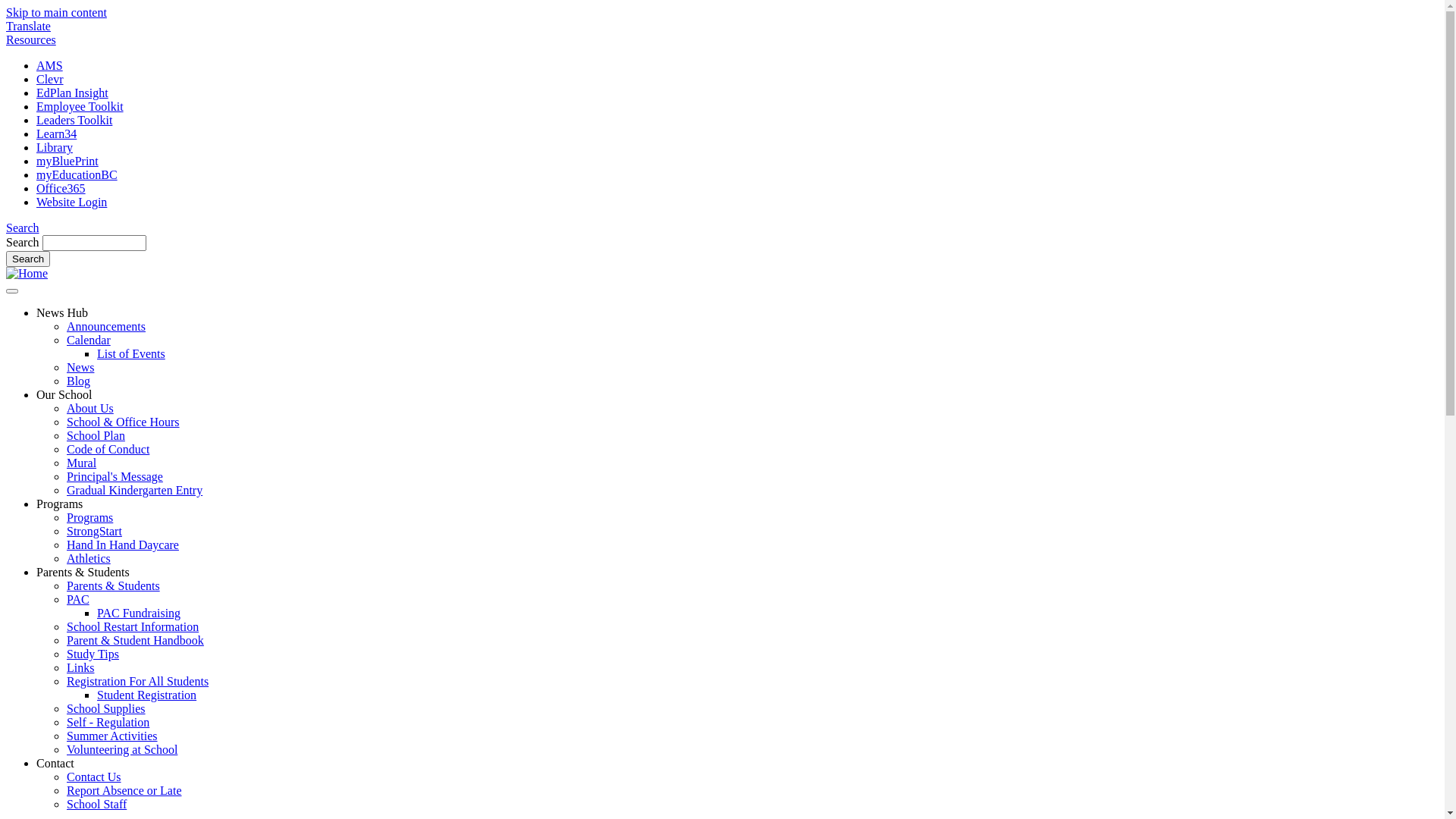  Describe the element at coordinates (105, 708) in the screenshot. I see `'School Supplies'` at that location.